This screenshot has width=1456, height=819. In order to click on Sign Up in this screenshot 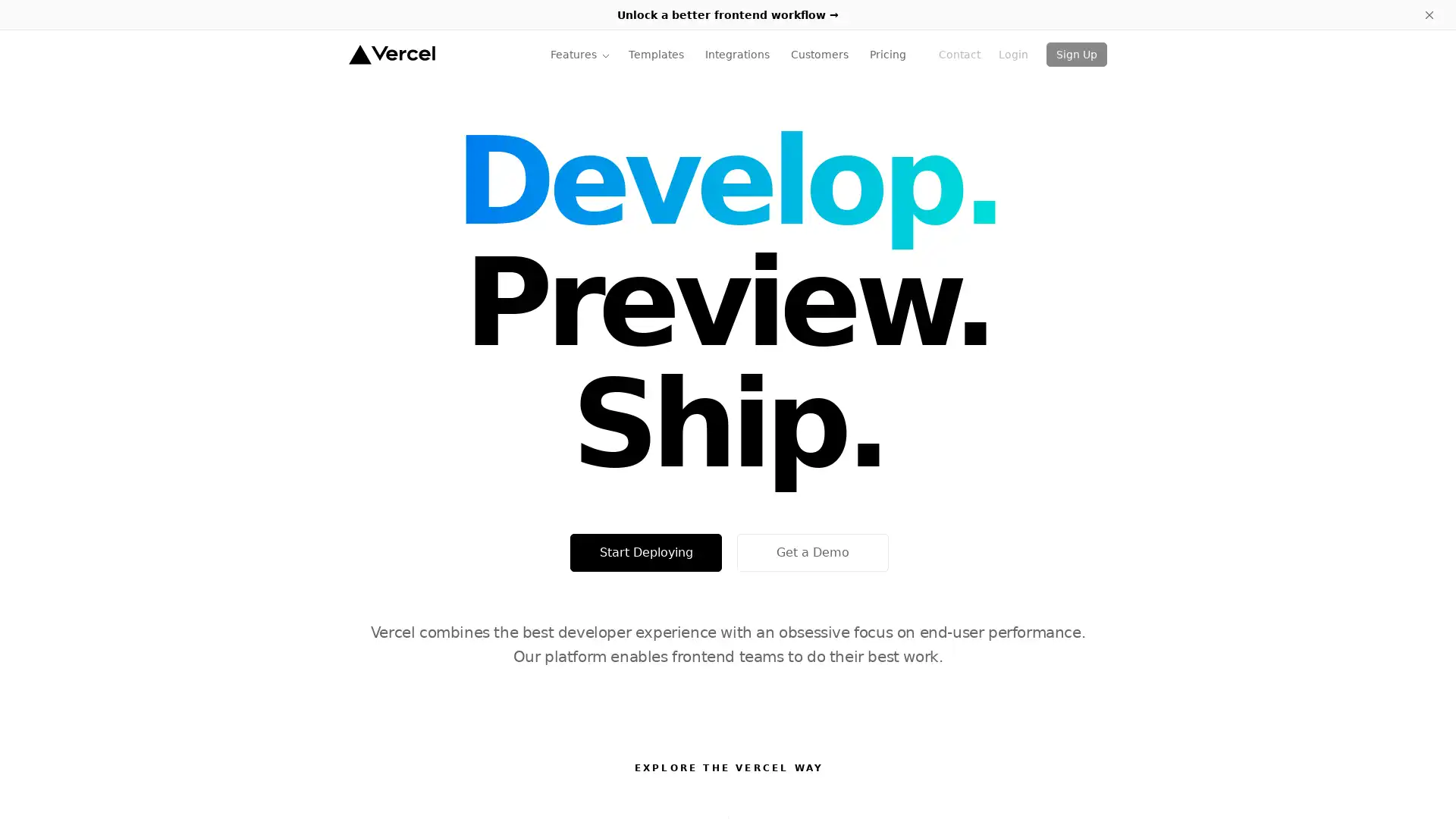, I will do `click(1076, 54)`.